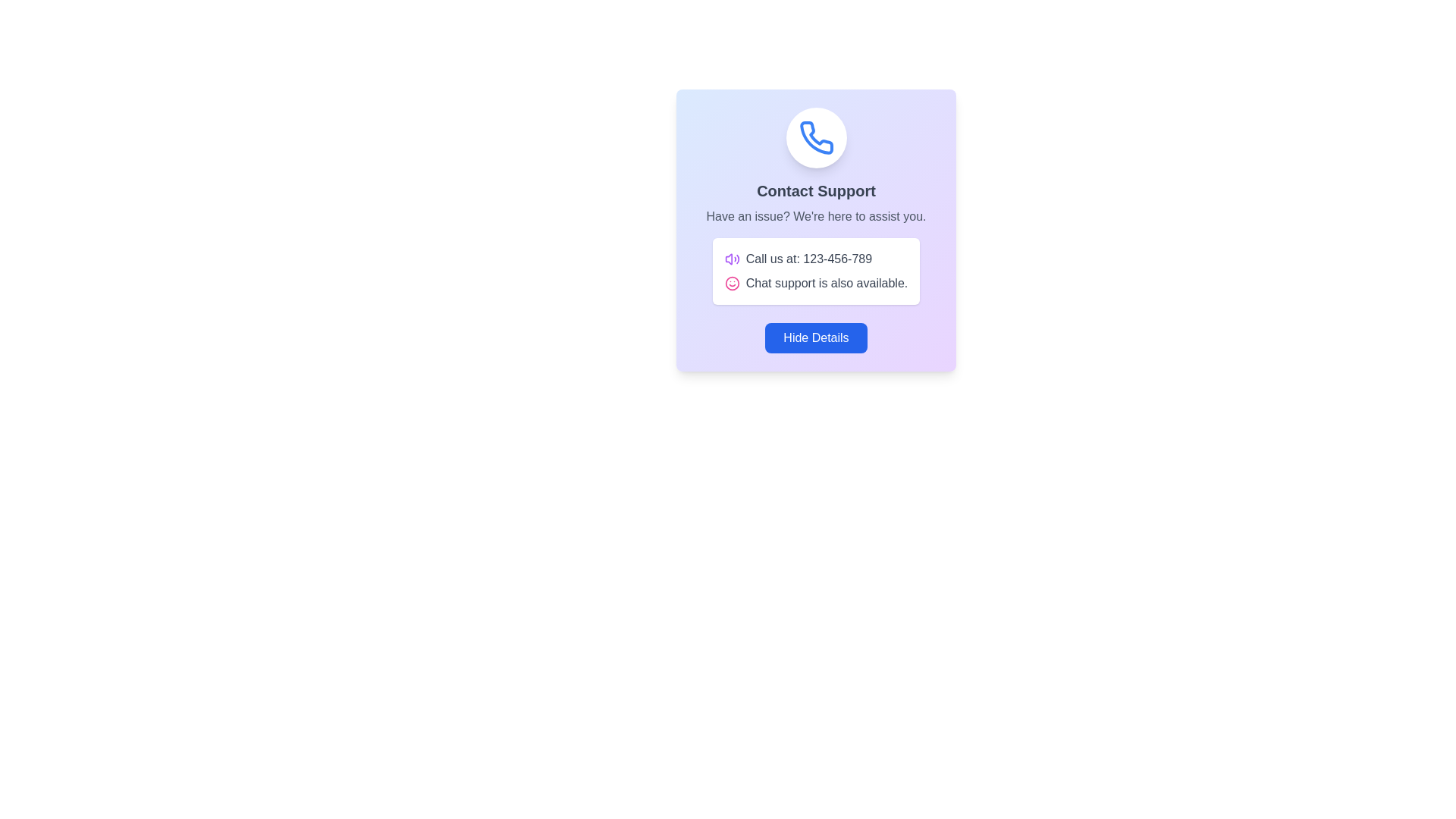 The height and width of the screenshot is (819, 1456). Describe the element at coordinates (815, 137) in the screenshot. I see `the blue phone receiver icon centered within the 'Contact Support' card, which is surrounded by a light purple background` at that location.